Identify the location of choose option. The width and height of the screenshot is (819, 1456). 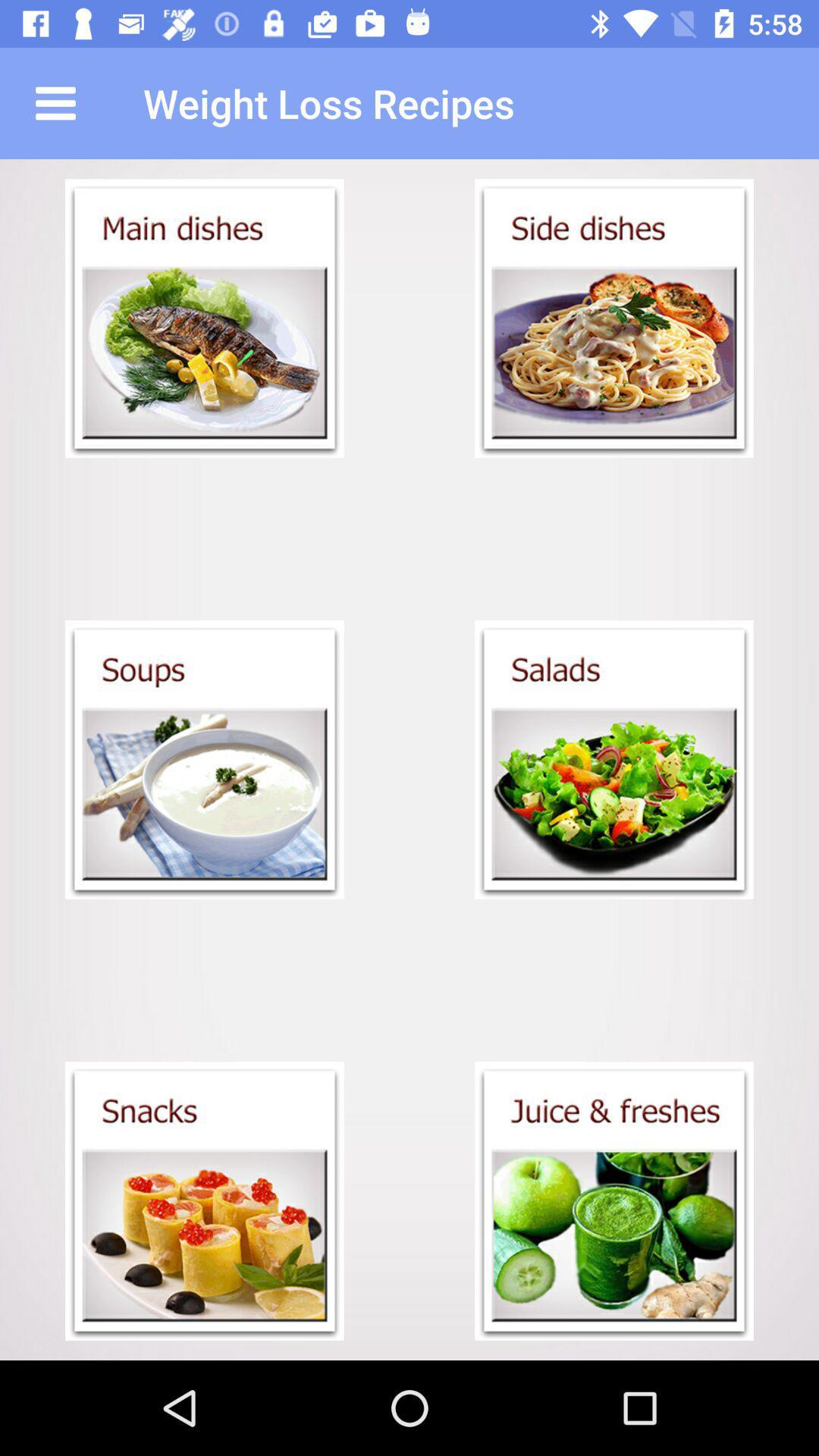
(614, 760).